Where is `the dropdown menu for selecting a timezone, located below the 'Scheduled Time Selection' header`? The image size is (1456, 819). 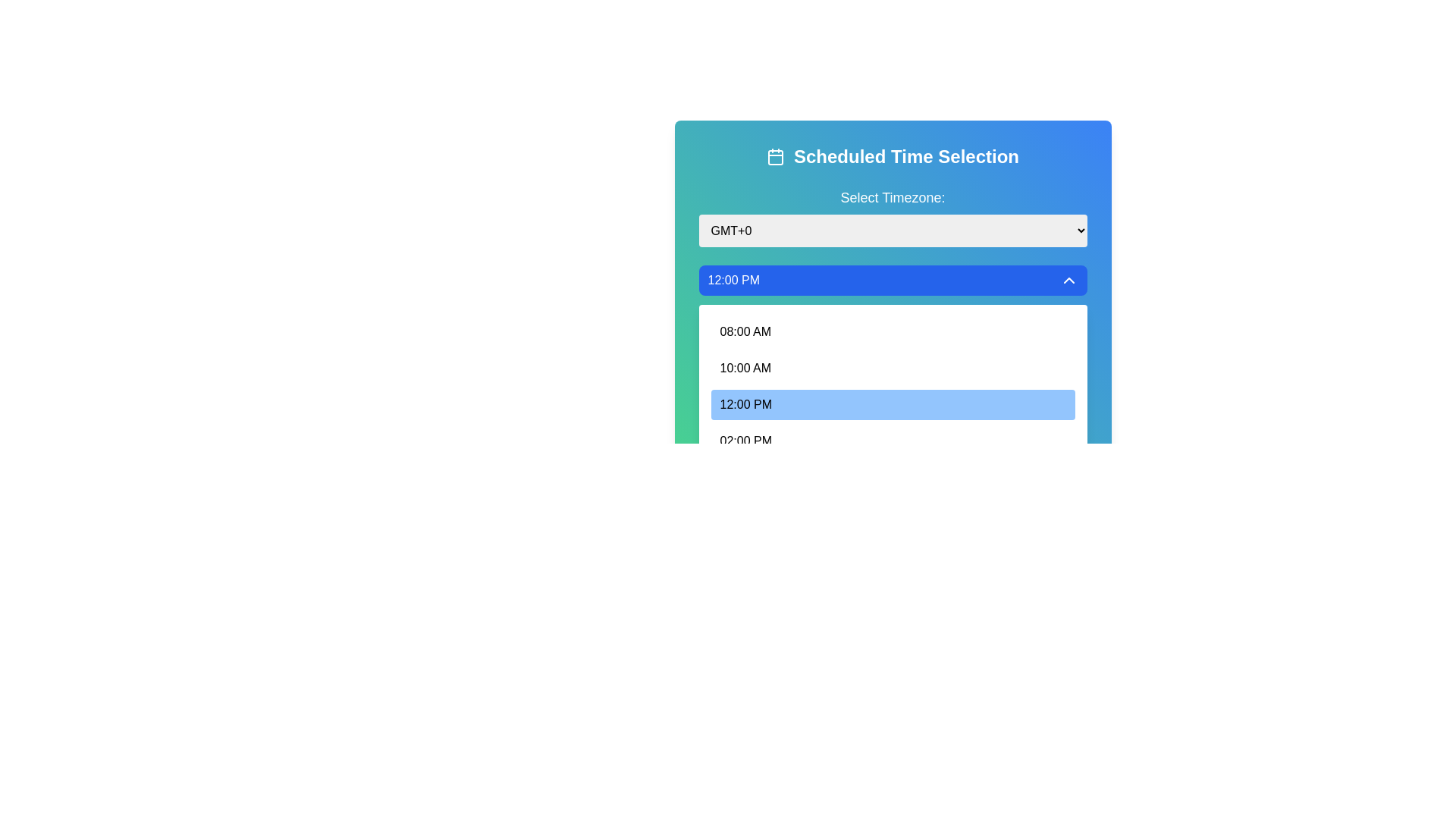 the dropdown menu for selecting a timezone, located below the 'Scheduled Time Selection' header is located at coordinates (893, 217).